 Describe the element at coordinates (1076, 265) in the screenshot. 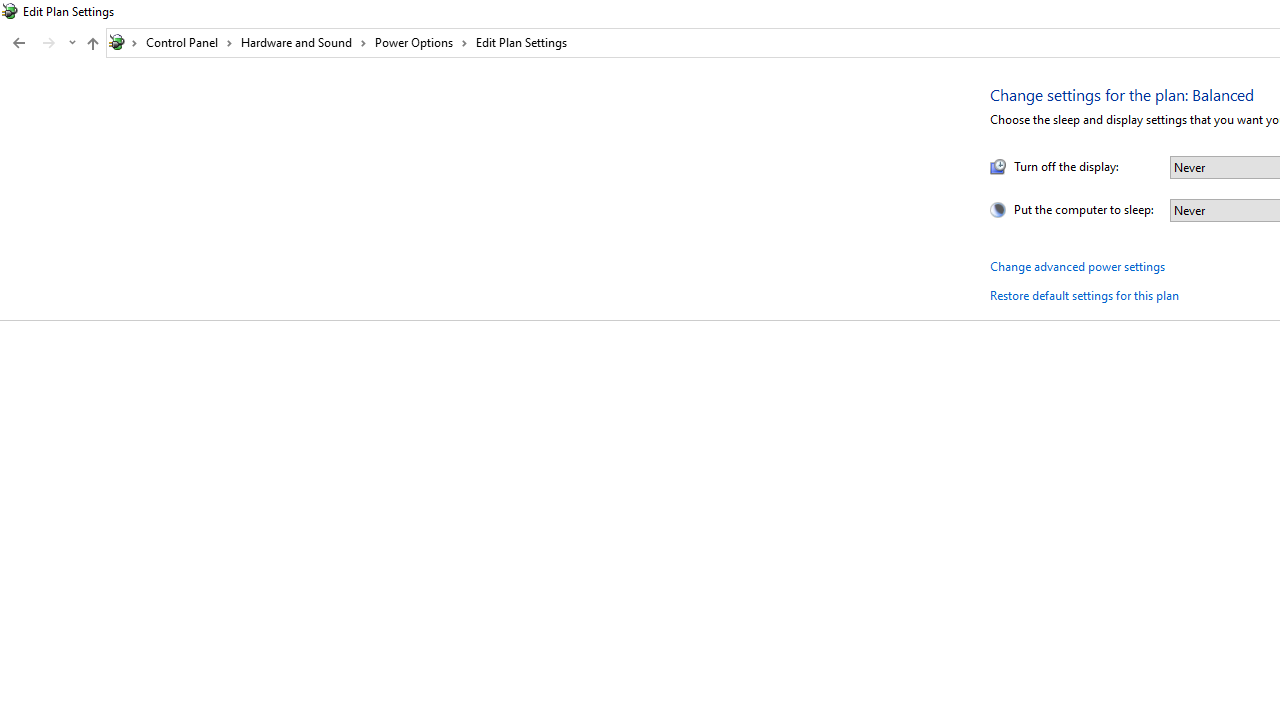

I see `'Change advanced power settings'` at that location.